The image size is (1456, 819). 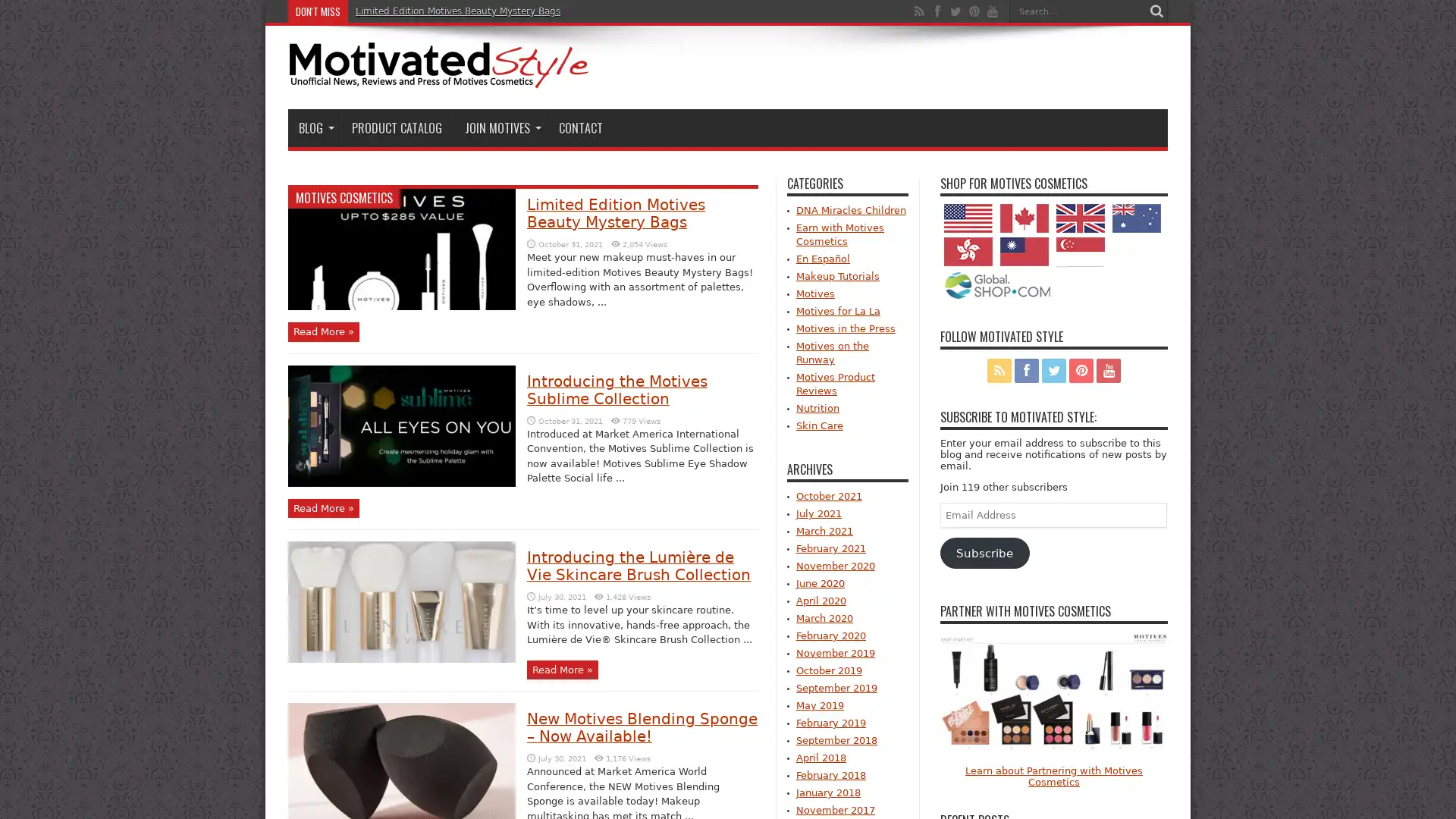 What do you see at coordinates (984, 553) in the screenshot?
I see `Subscribe` at bounding box center [984, 553].